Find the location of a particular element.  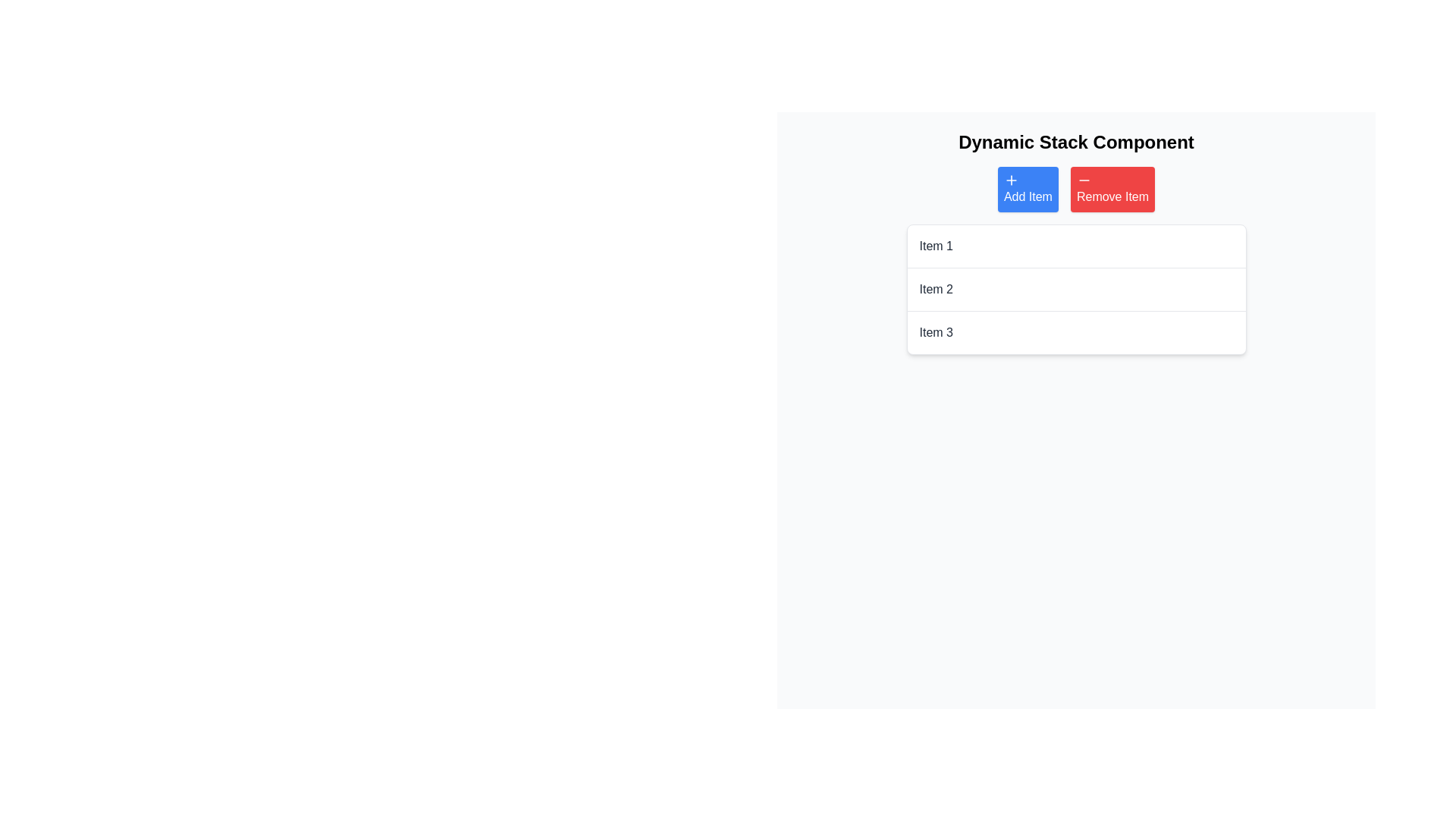

the static text label displaying 'Item 3', which is the third entry in a vertical list below 'Item 1' and 'Item 2' is located at coordinates (935, 332).